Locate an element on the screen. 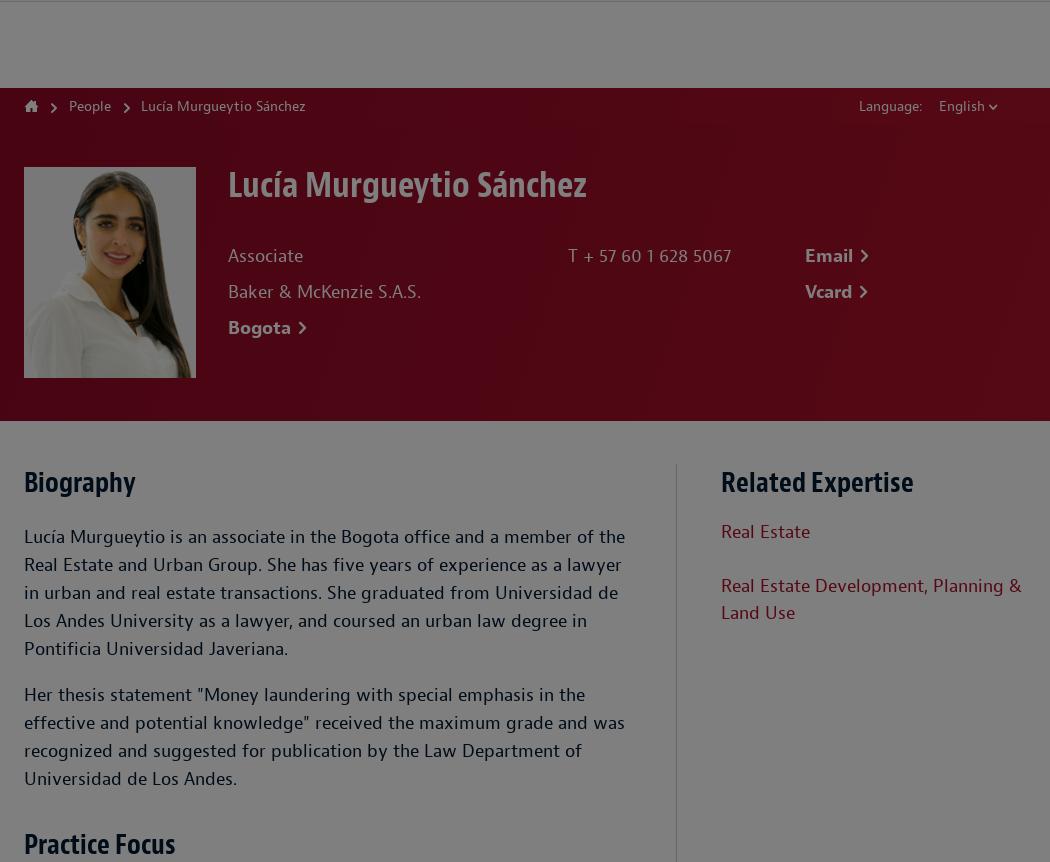 The height and width of the screenshot is (862, 1050). 'Baker & McKenzie S.A.S.' is located at coordinates (324, 292).